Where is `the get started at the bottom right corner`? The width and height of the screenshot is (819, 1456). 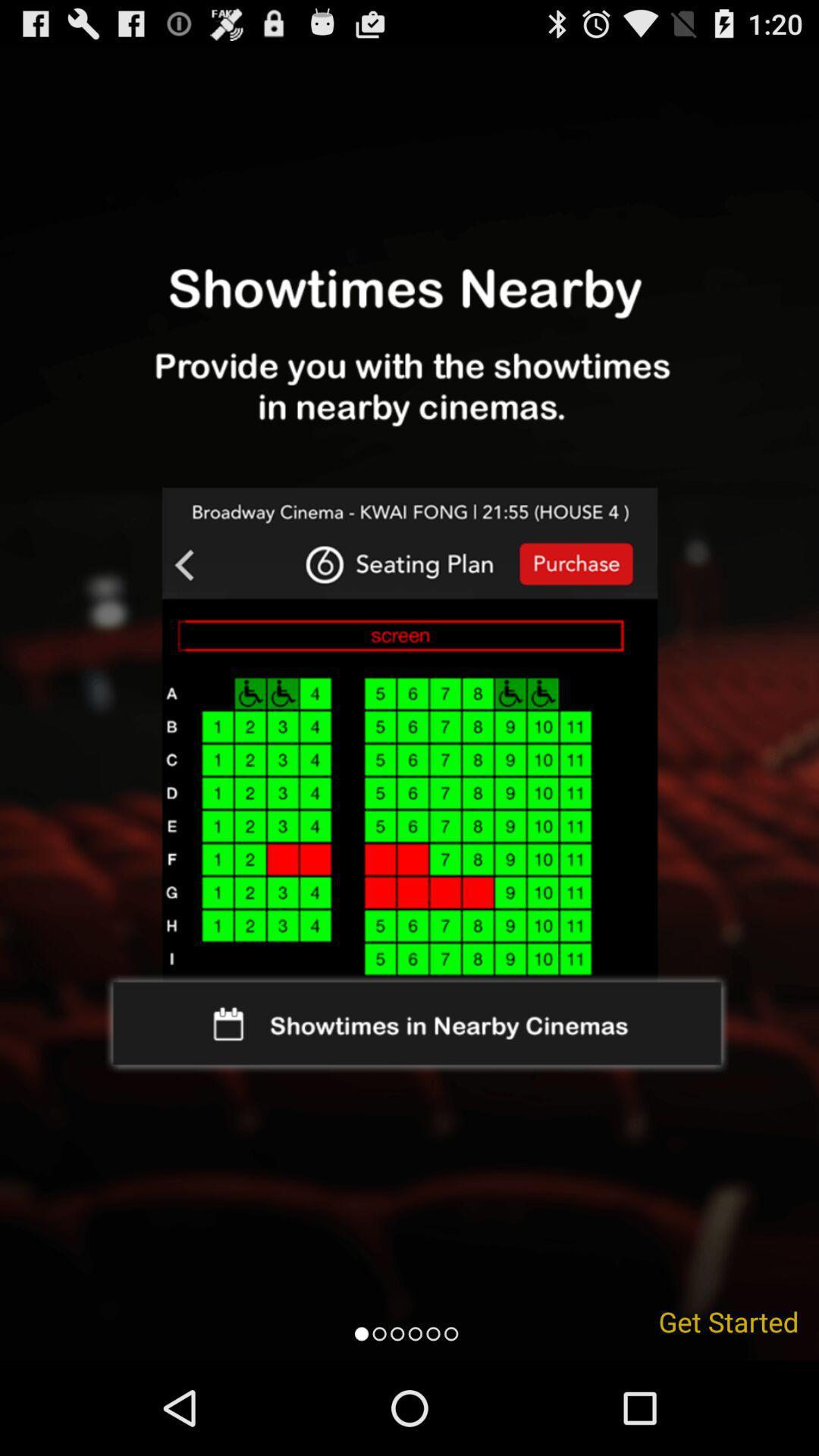 the get started at the bottom right corner is located at coordinates (728, 1320).